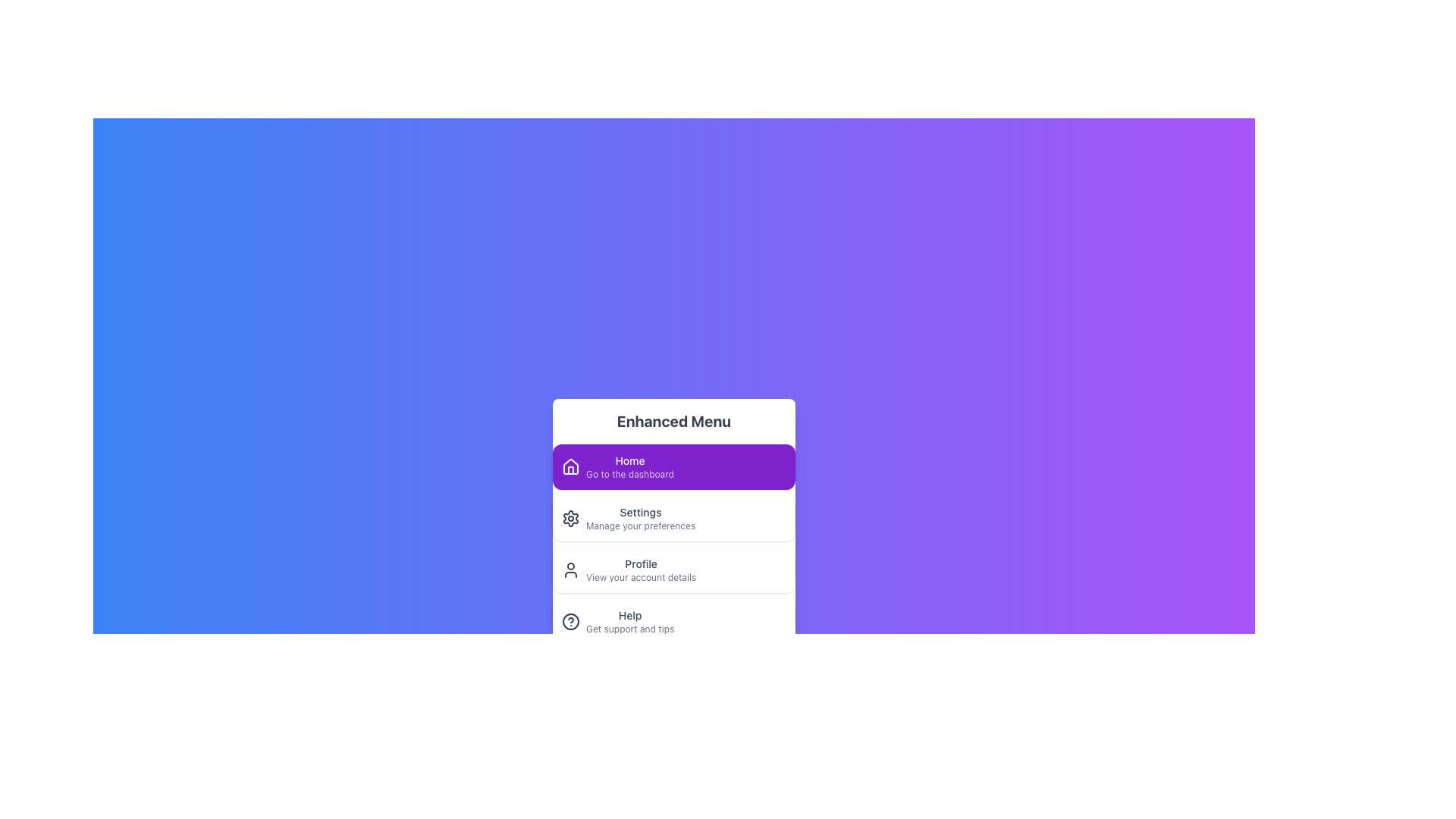 The image size is (1456, 819). Describe the element at coordinates (570, 622) in the screenshot. I see `the help icon, which is a circular button with a question mark, located in the lower part of the vertical menu next to the 'Help' label` at that location.